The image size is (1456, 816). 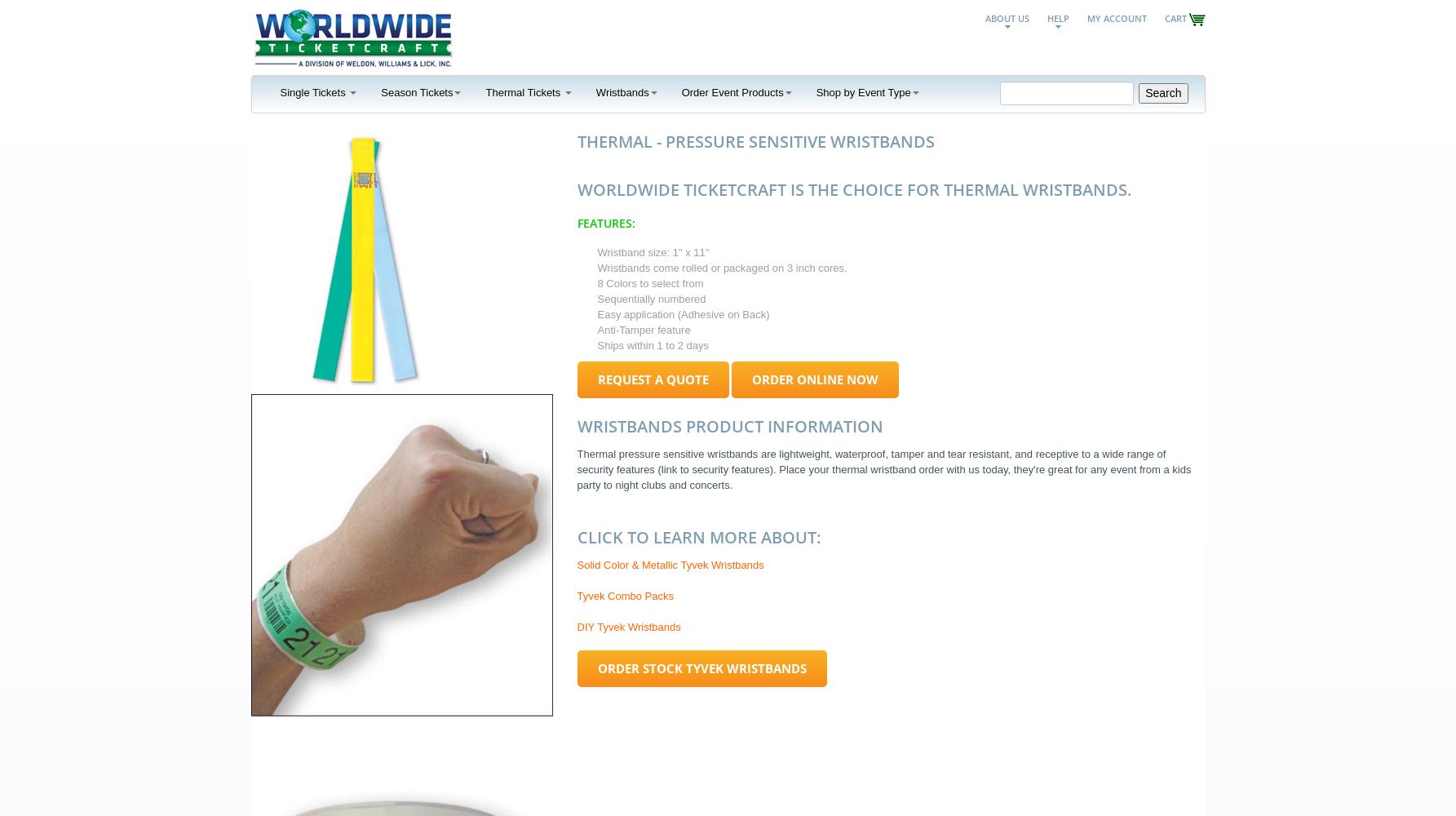 What do you see at coordinates (731, 91) in the screenshot?
I see `'Order Event Products'` at bounding box center [731, 91].